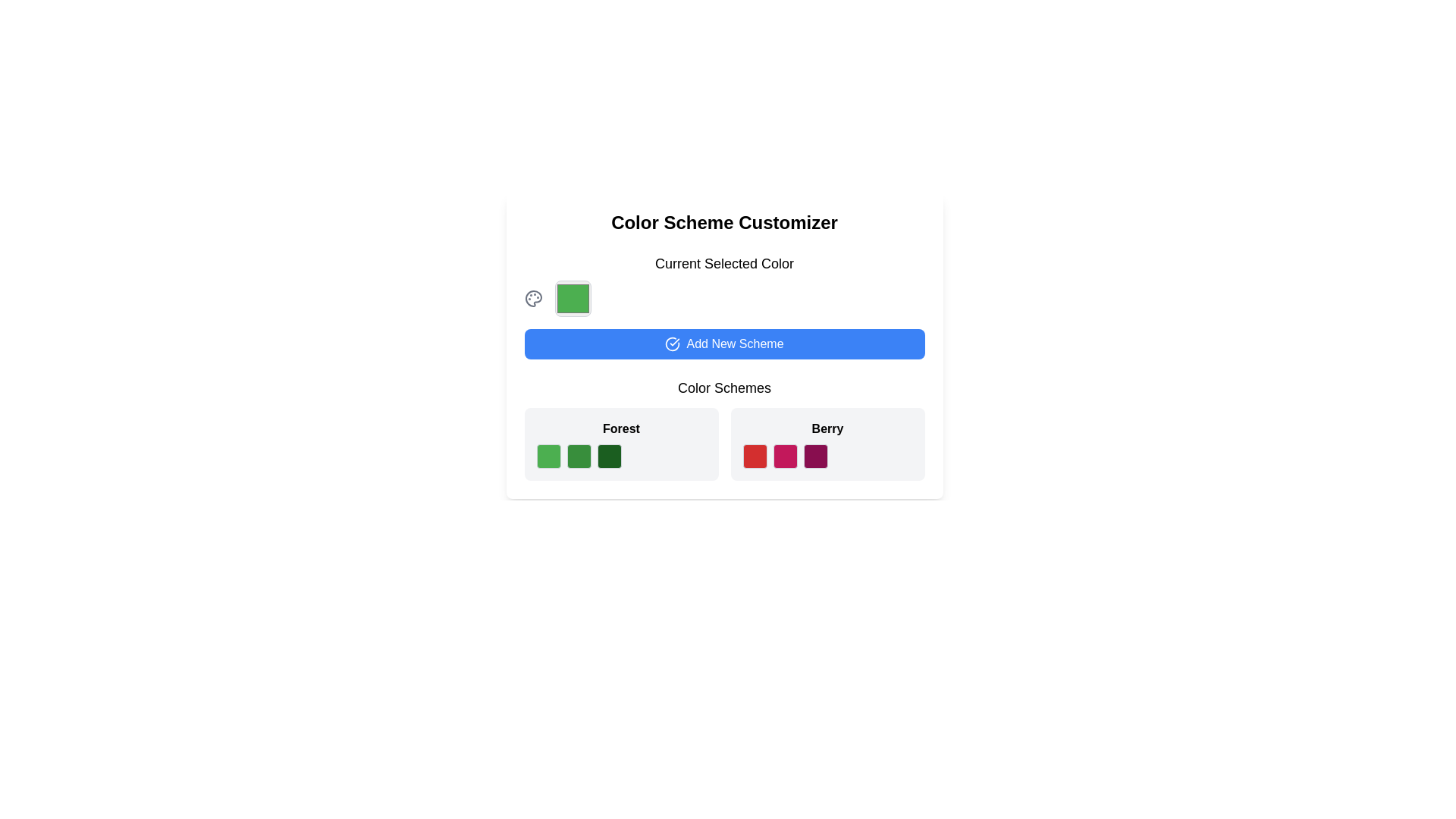  I want to click on the palette icon located at the top-left corner of the main panel, which resembles a painter's palette with a circular shape and smaller circles inside, so click(533, 298).